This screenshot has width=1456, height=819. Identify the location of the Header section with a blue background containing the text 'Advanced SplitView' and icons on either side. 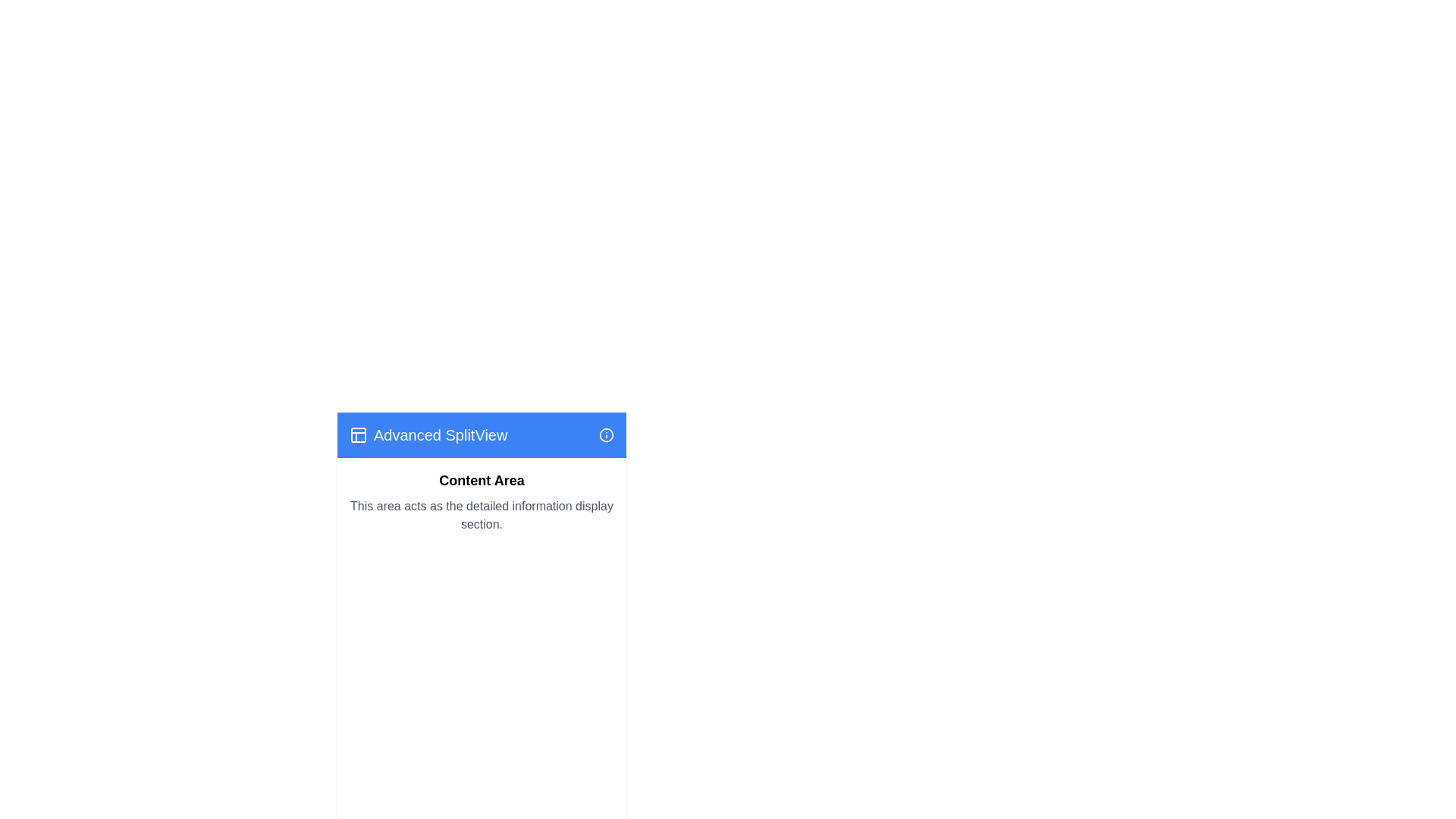
(481, 435).